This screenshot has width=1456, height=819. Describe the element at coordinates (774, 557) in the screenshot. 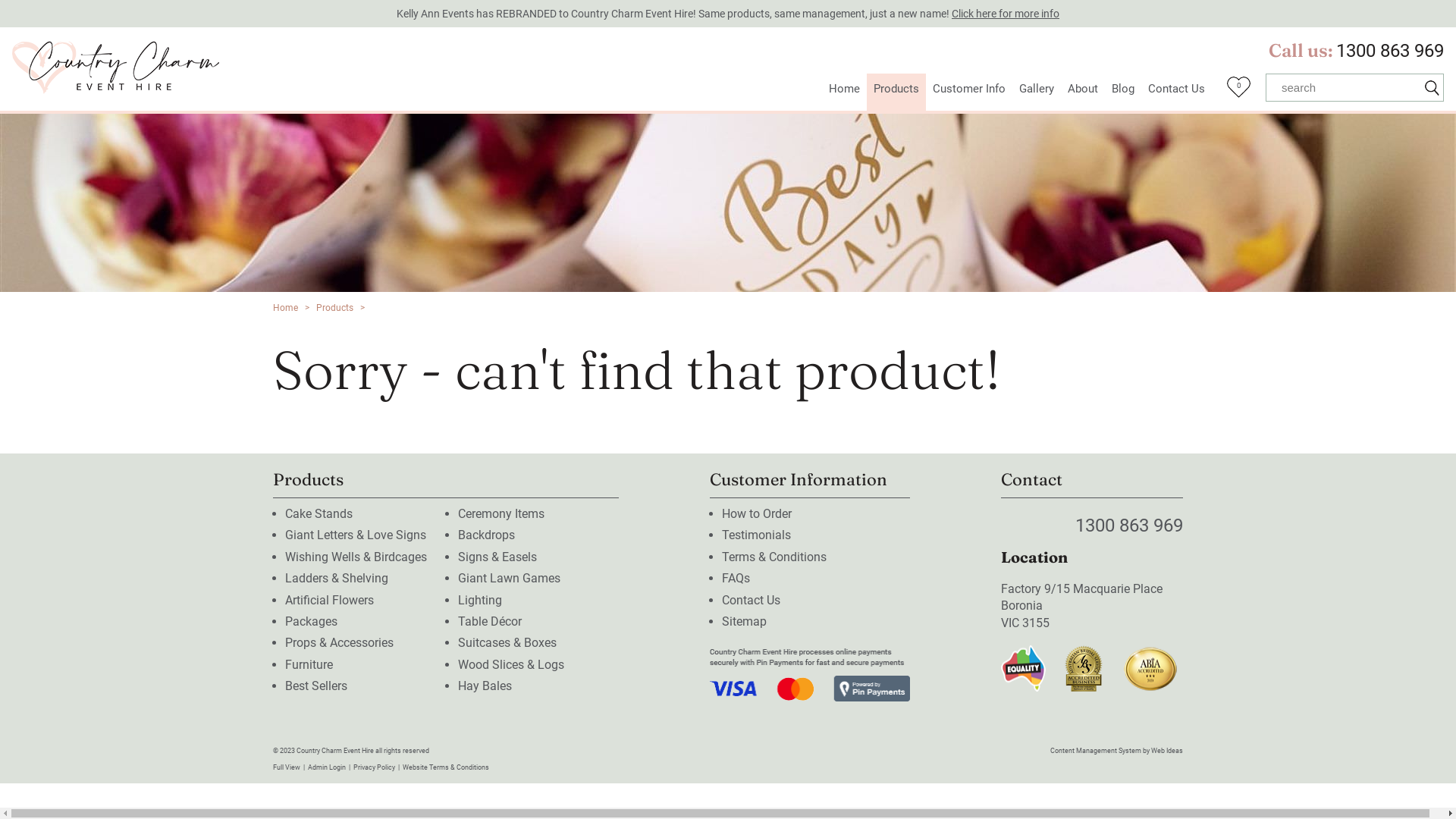

I see `'Terms & Conditions'` at that location.